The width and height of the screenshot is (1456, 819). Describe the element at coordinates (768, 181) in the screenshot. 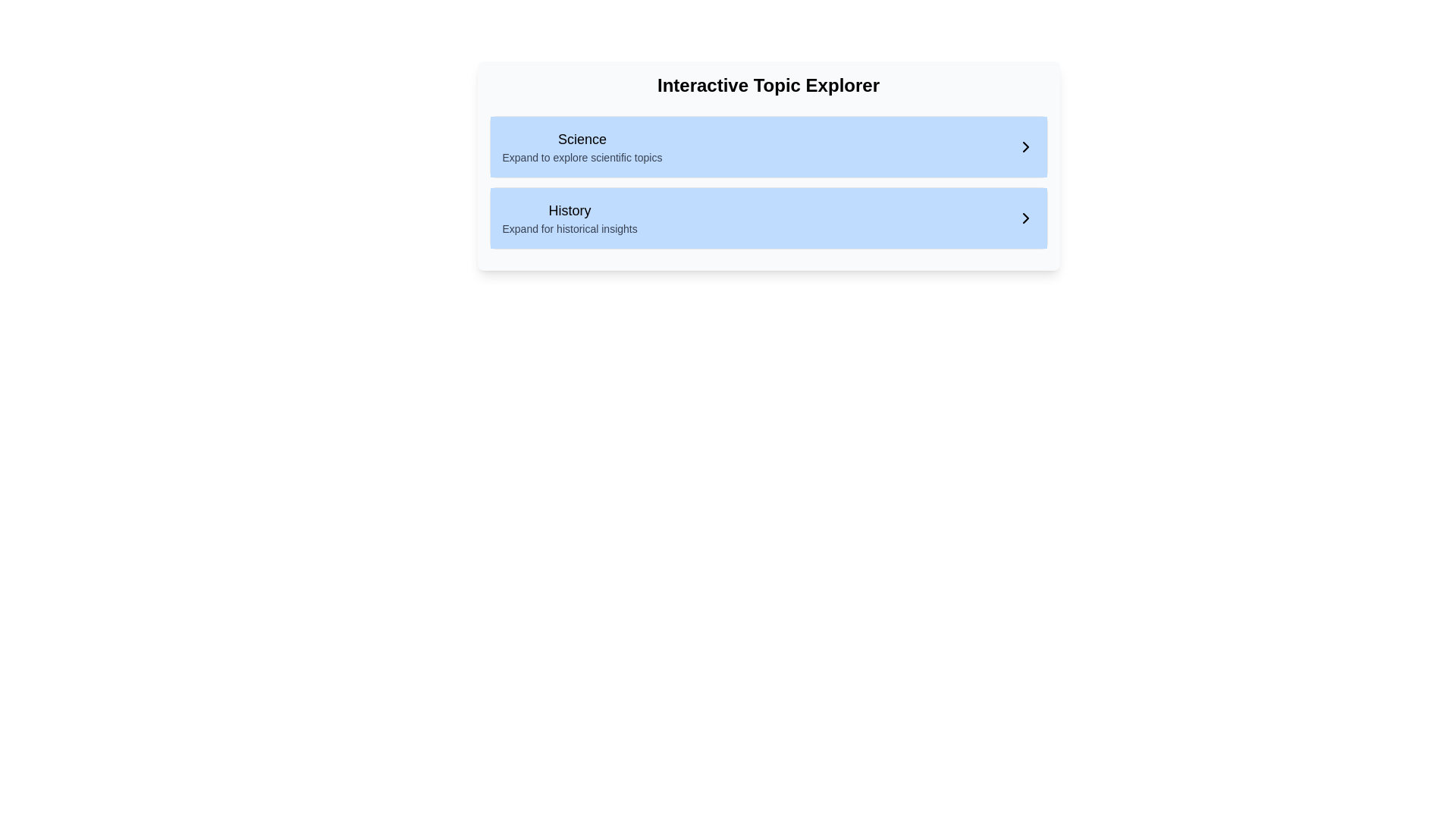

I see `the expandable section titled 'History' within the 'Interactive Topic Explorer'` at that location.